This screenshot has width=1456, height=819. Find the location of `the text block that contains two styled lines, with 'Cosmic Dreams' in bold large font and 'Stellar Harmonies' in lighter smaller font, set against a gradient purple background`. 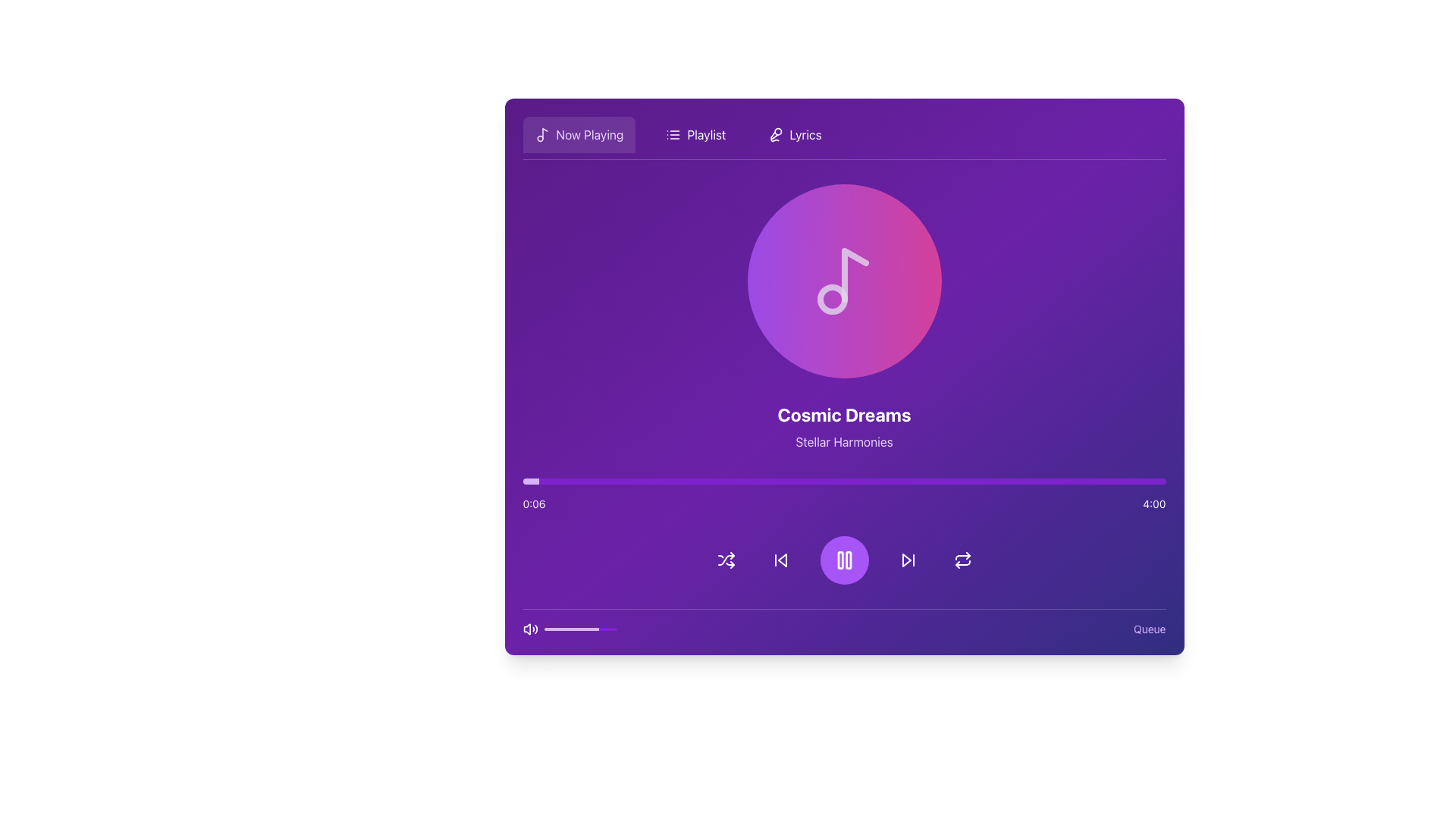

the text block that contains two styled lines, with 'Cosmic Dreams' in bold large font and 'Stellar Harmonies' in lighter smaller font, set against a gradient purple background is located at coordinates (843, 427).